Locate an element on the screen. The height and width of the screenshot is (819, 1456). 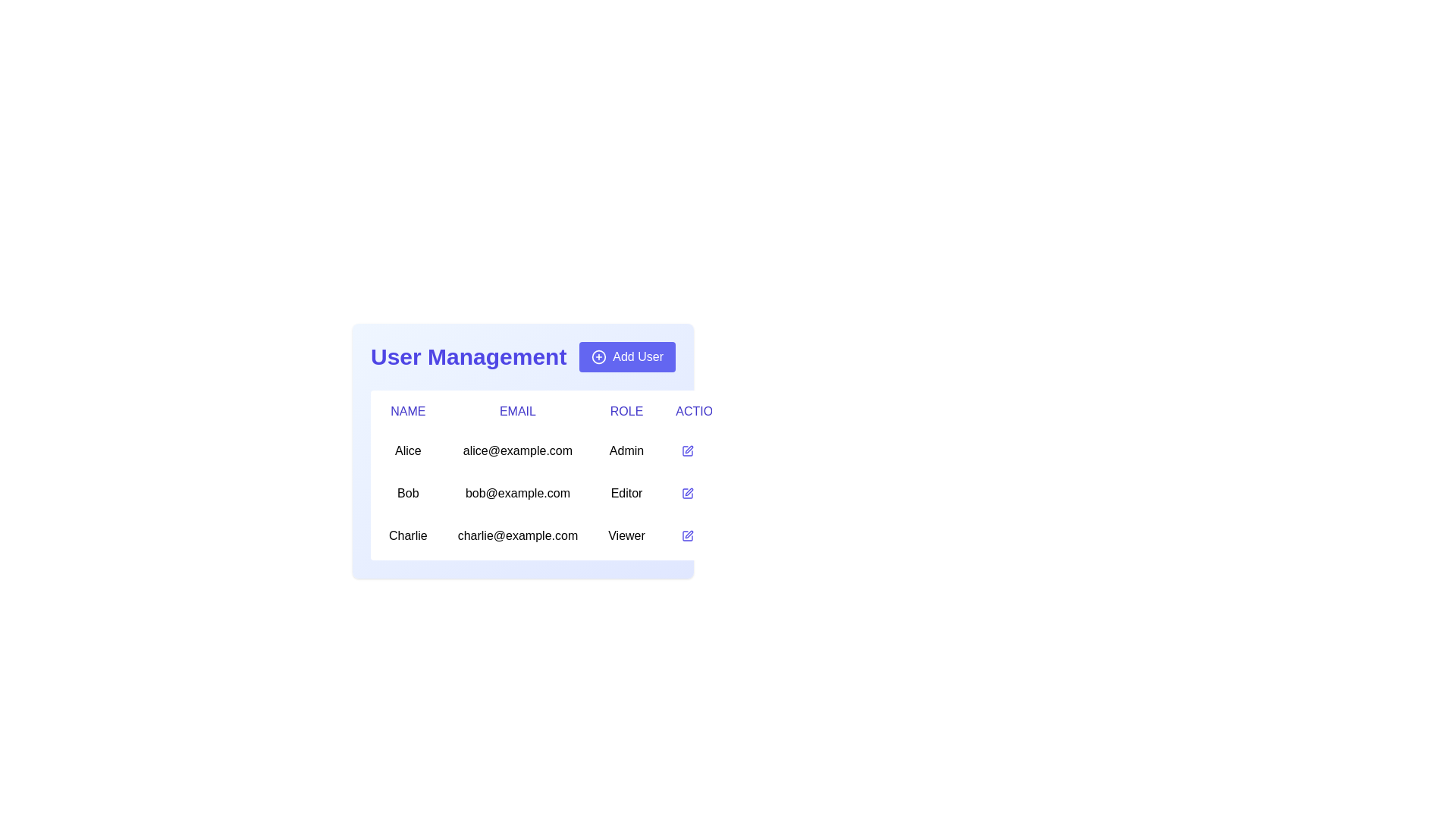
the 'Viewer' label located in the third row of the table under the 'ROLE' column, adjacent to 'charlie@example.com' is located at coordinates (626, 535).